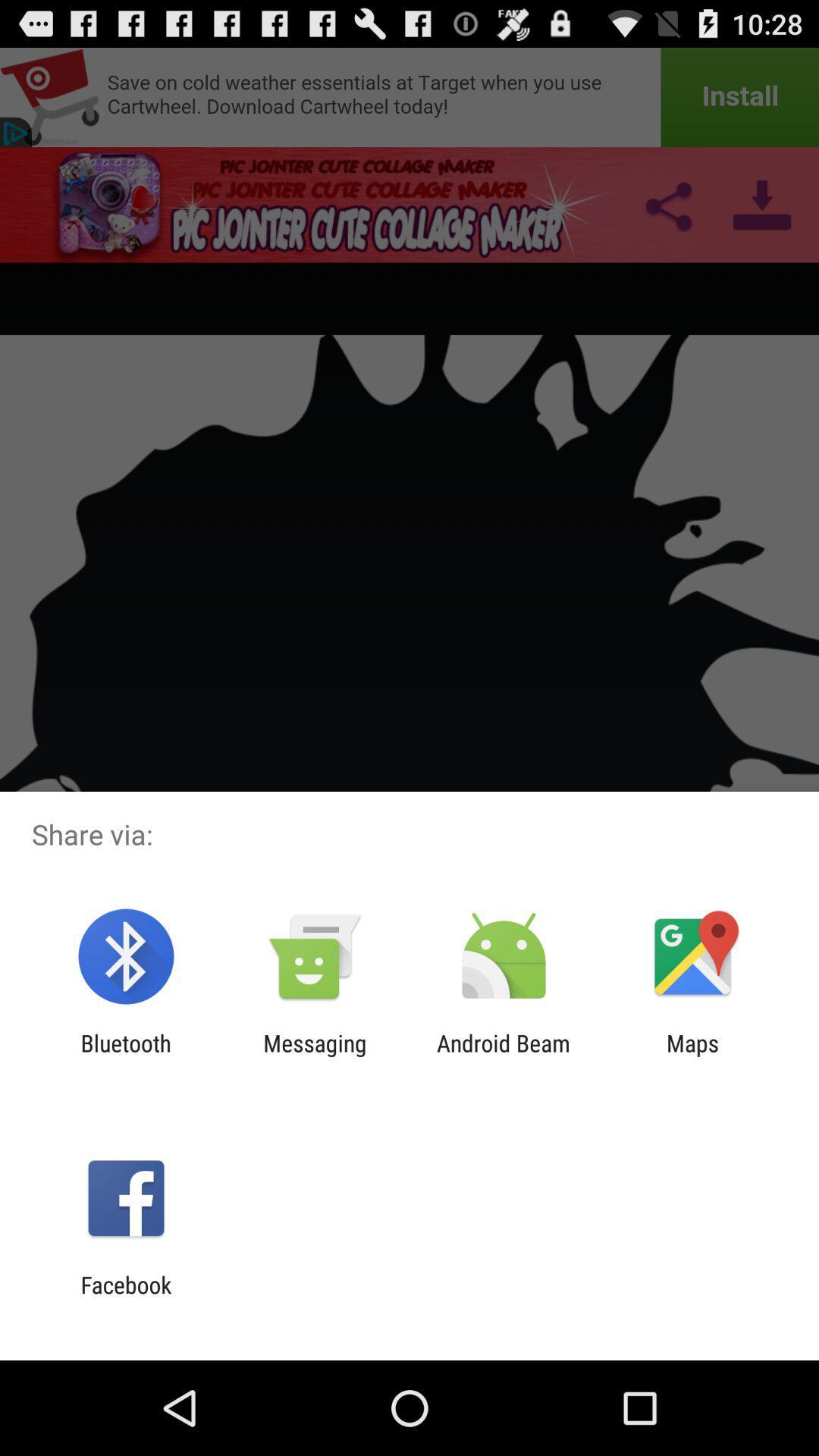 Image resolution: width=819 pixels, height=1456 pixels. I want to click on maps, so click(692, 1056).